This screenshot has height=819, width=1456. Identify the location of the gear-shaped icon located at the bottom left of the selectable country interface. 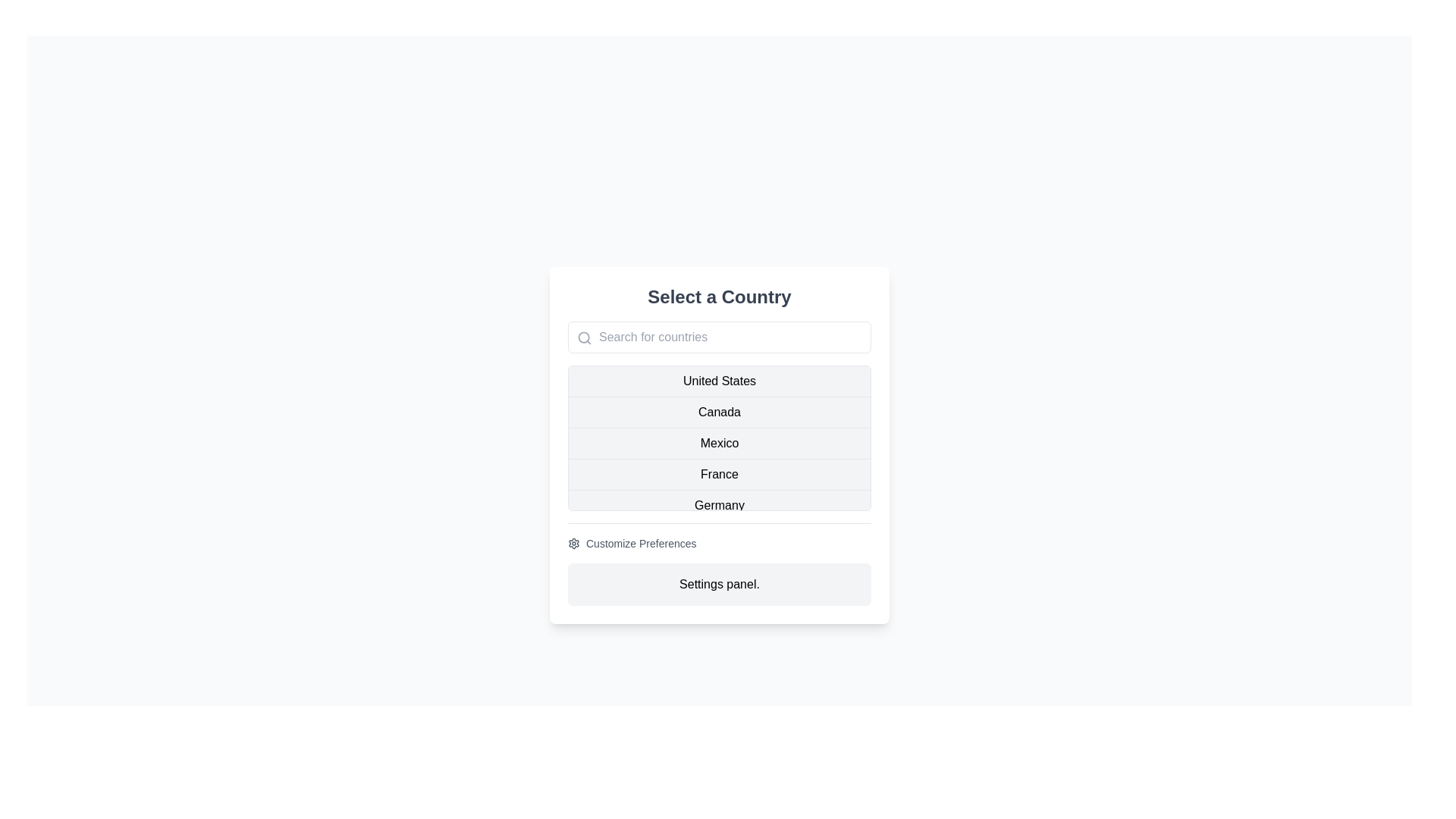
(573, 542).